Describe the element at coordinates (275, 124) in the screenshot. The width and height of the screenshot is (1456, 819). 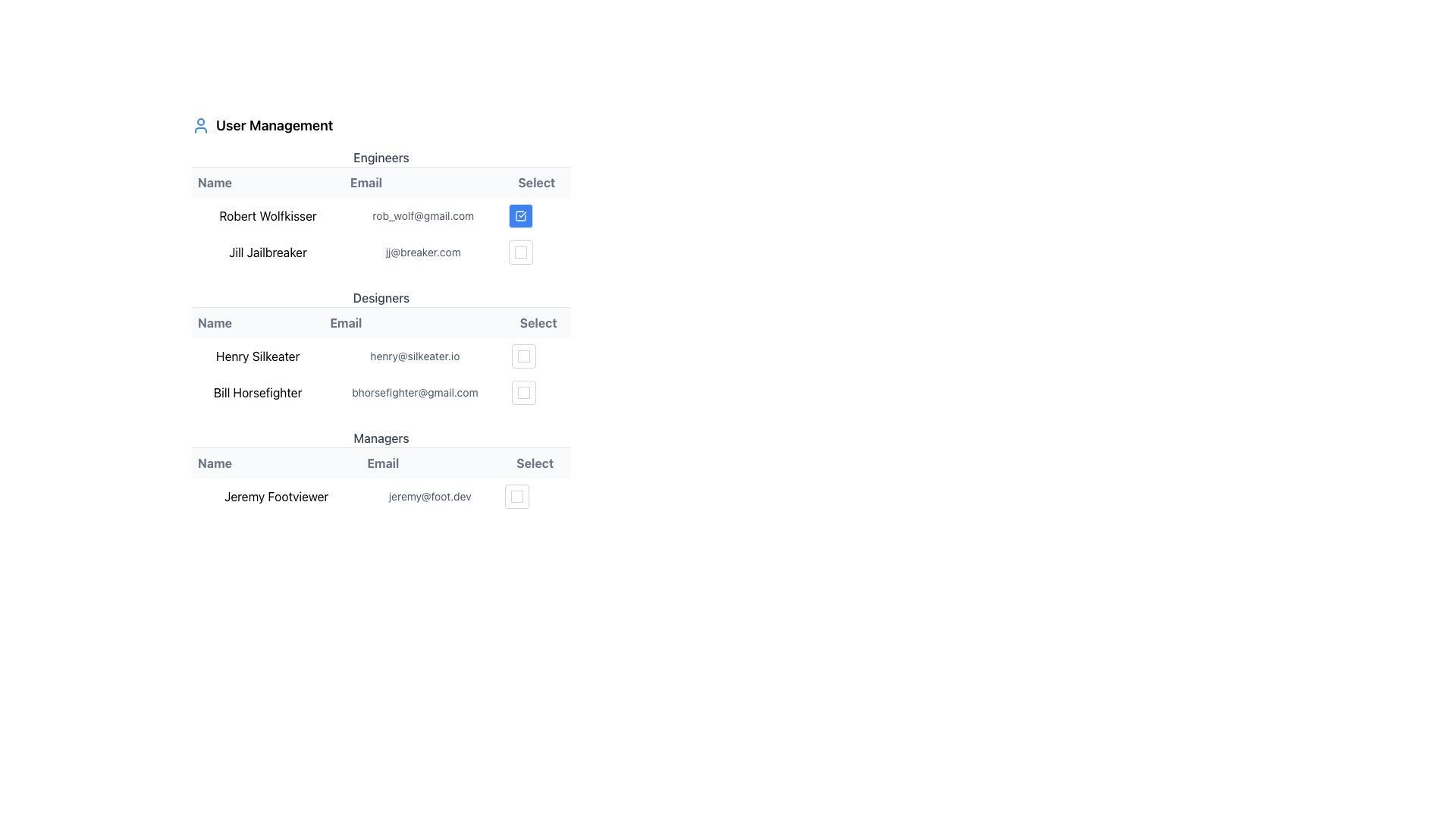
I see `text from the header label indicating the context of user management, which is positioned to the right of the user icon and above the section titled 'Engineers'` at that location.